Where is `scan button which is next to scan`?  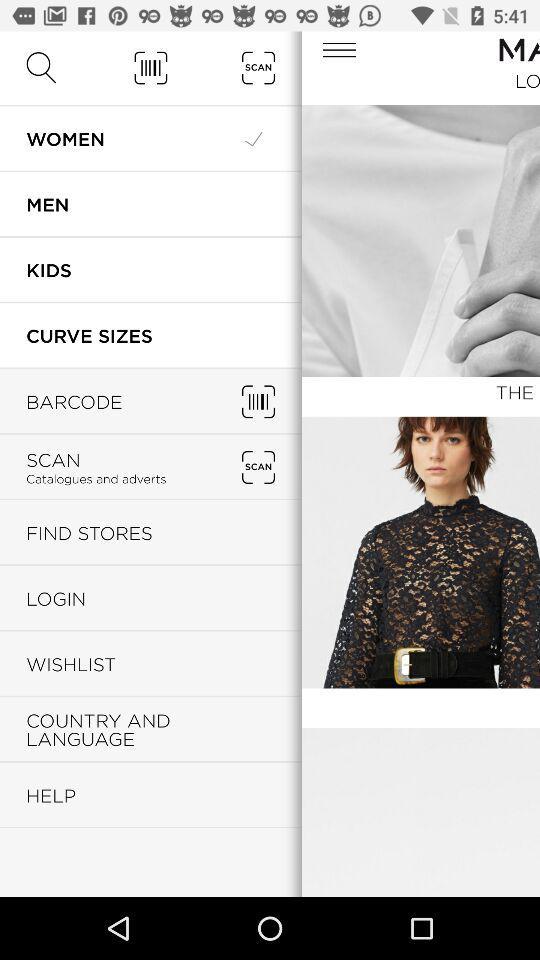
scan button which is next to scan is located at coordinates (258, 467).